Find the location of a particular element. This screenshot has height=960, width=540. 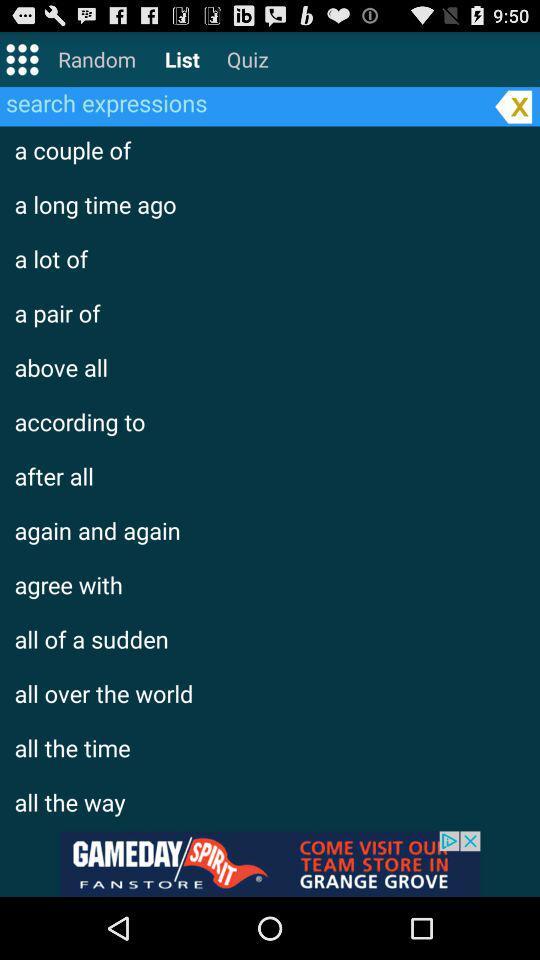

delete is located at coordinates (513, 106).